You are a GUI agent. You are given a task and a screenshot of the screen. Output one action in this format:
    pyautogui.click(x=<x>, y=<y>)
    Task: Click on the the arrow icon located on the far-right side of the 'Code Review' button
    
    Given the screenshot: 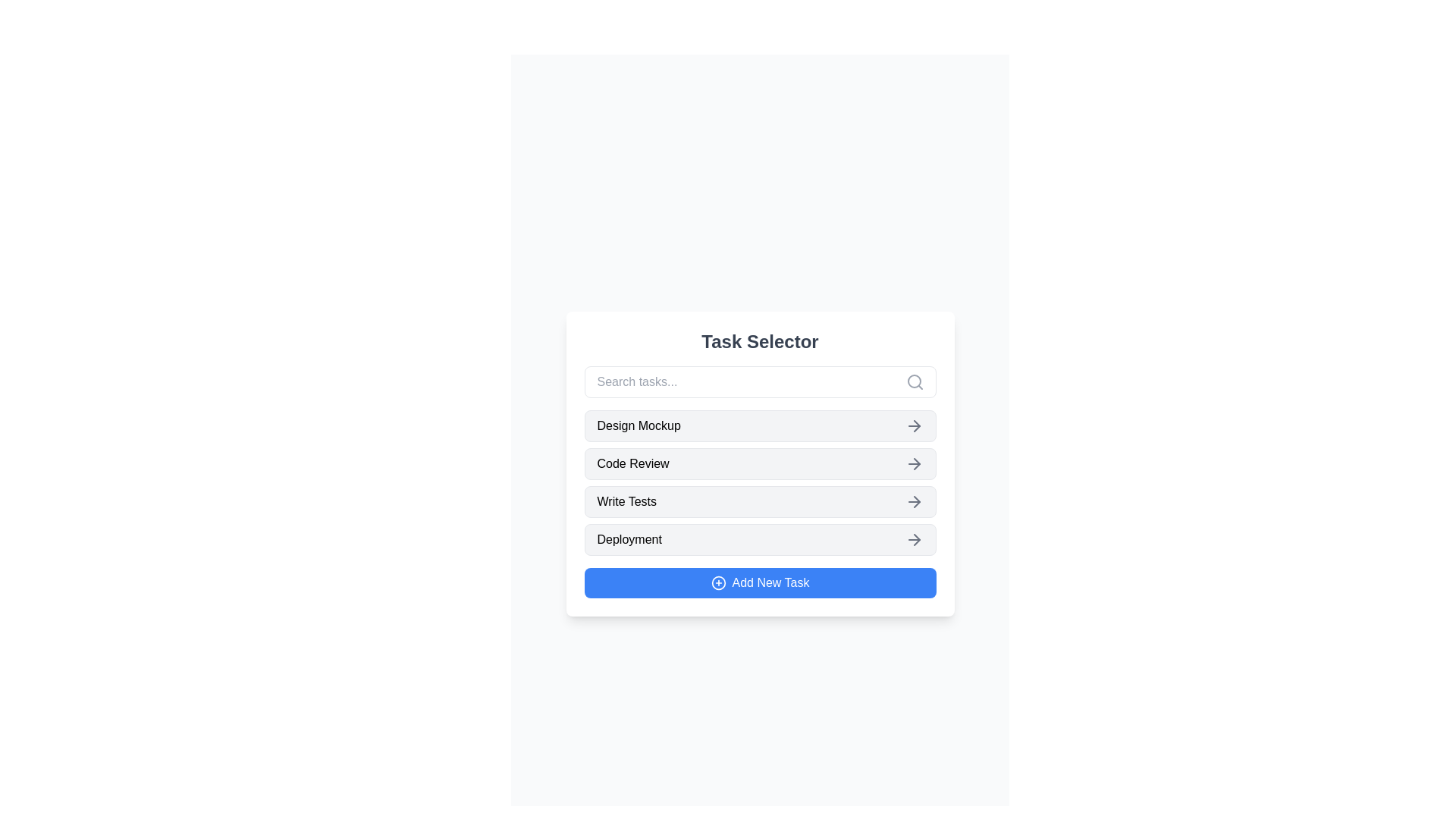 What is the action you would take?
    pyautogui.click(x=913, y=463)
    